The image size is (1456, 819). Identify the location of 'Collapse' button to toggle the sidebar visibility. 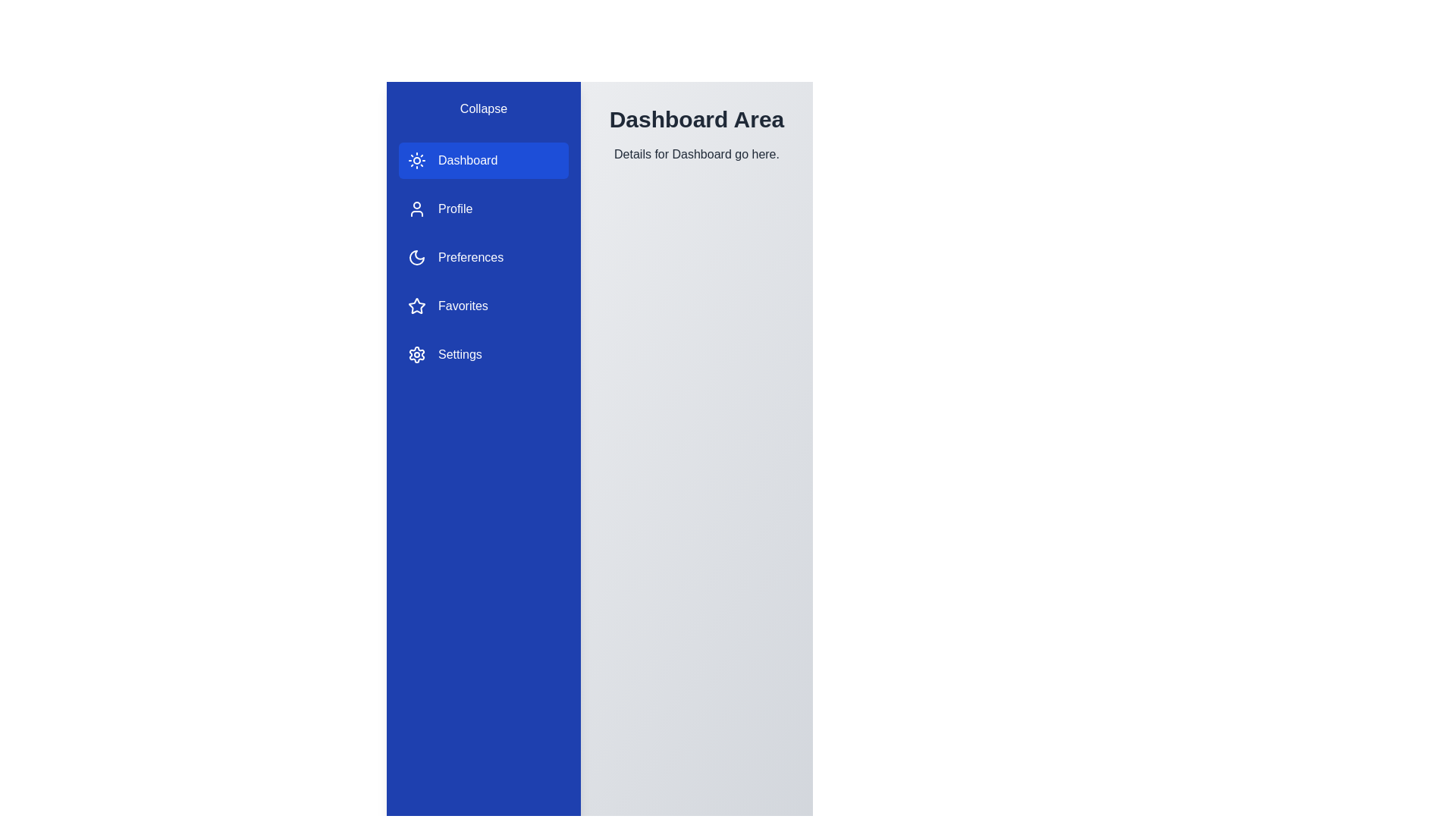
(483, 108).